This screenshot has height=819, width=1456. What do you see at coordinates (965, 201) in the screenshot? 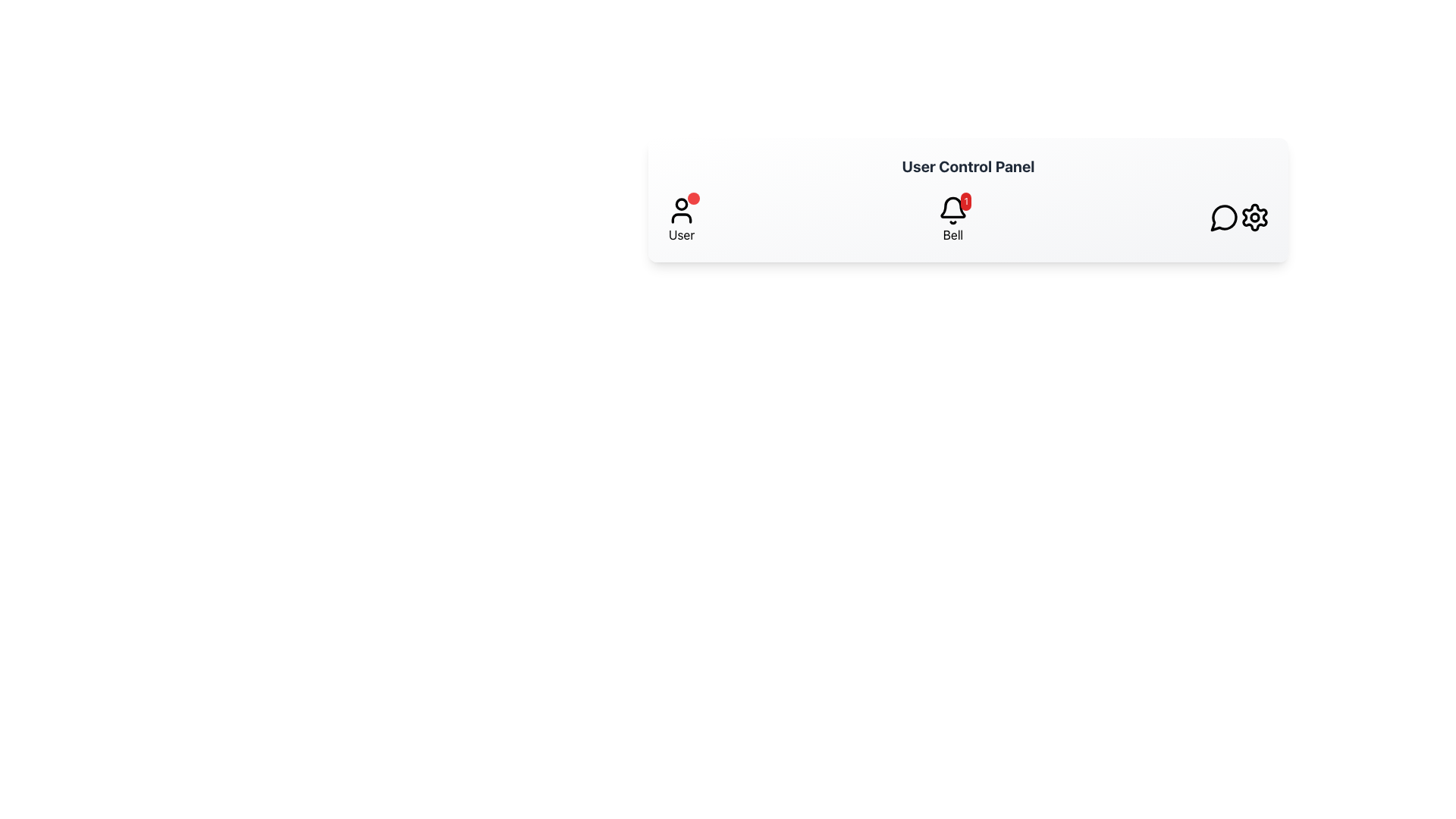
I see `the Notification Badge element, which is a circular badge with a red background and a white number '1' centered inside, positioned at the top-right corner of the bell icon in the navigation bar` at bounding box center [965, 201].